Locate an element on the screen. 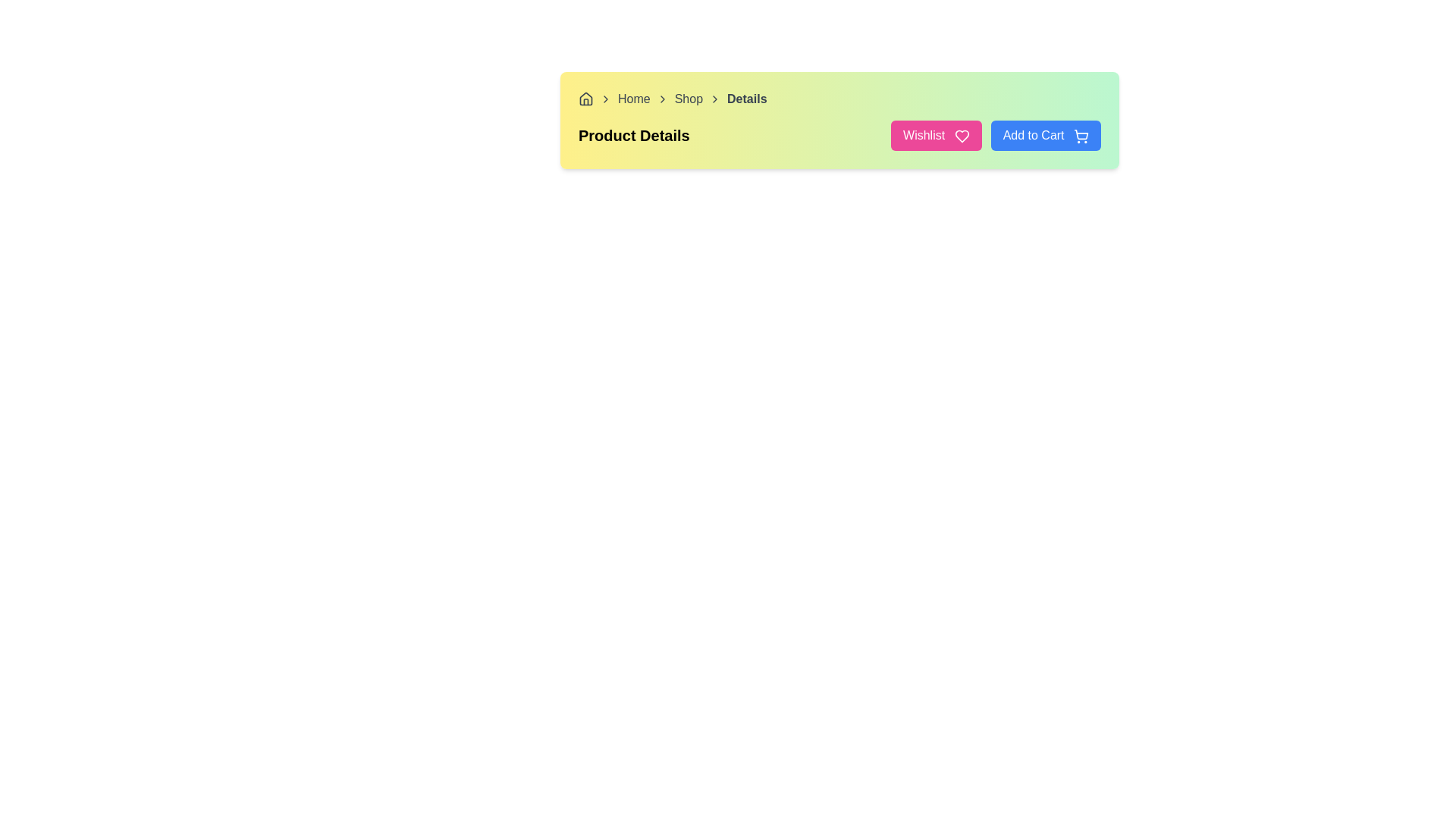 Image resolution: width=1456 pixels, height=819 pixels. the right-pointing chevron icon in the breadcrumb navigation bar, located between the 'Home' and 'Shop' links is located at coordinates (662, 99).